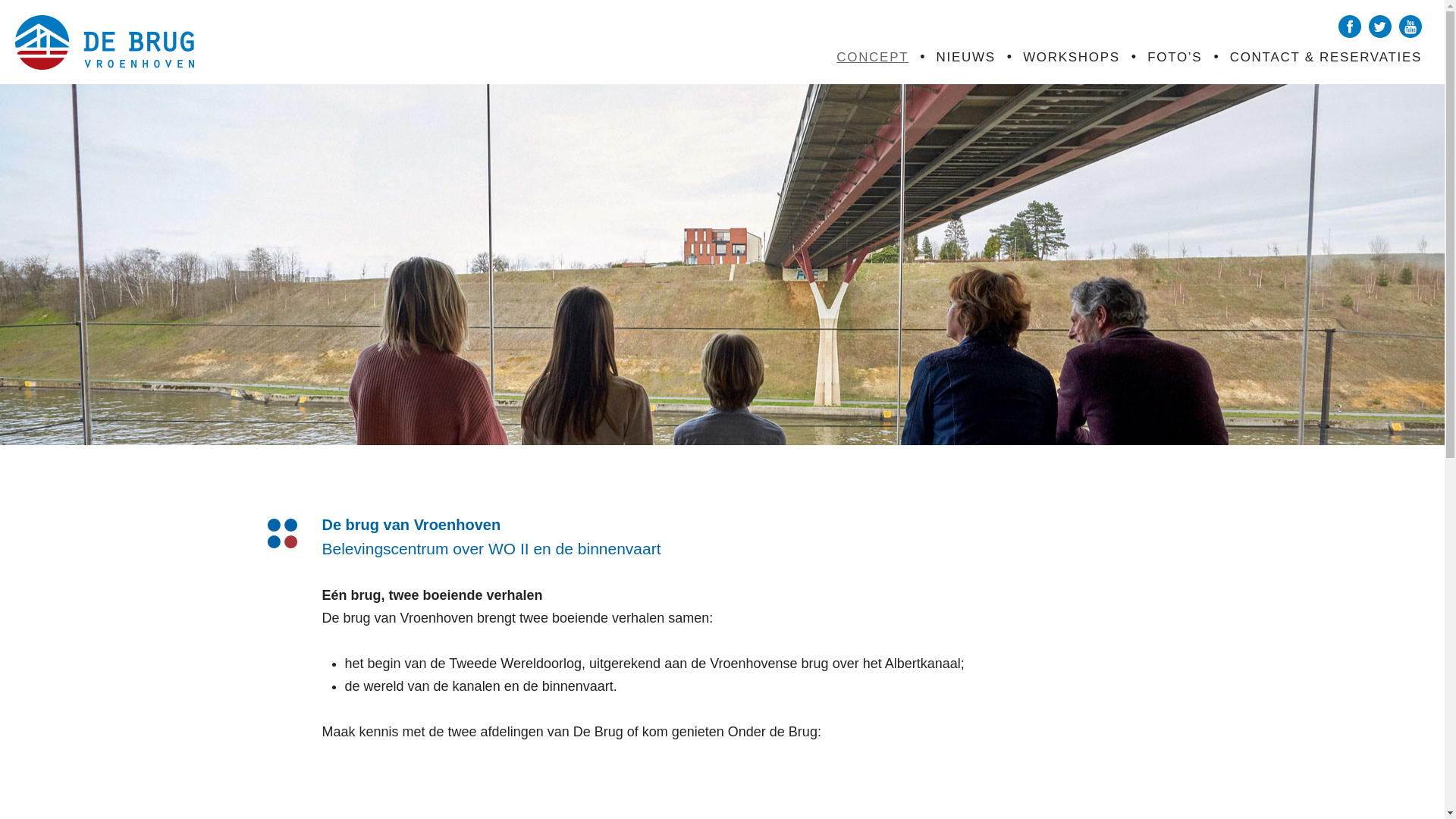 This screenshot has height=819, width=1456. What do you see at coordinates (1410, 26) in the screenshot?
I see `'Youtube'` at bounding box center [1410, 26].